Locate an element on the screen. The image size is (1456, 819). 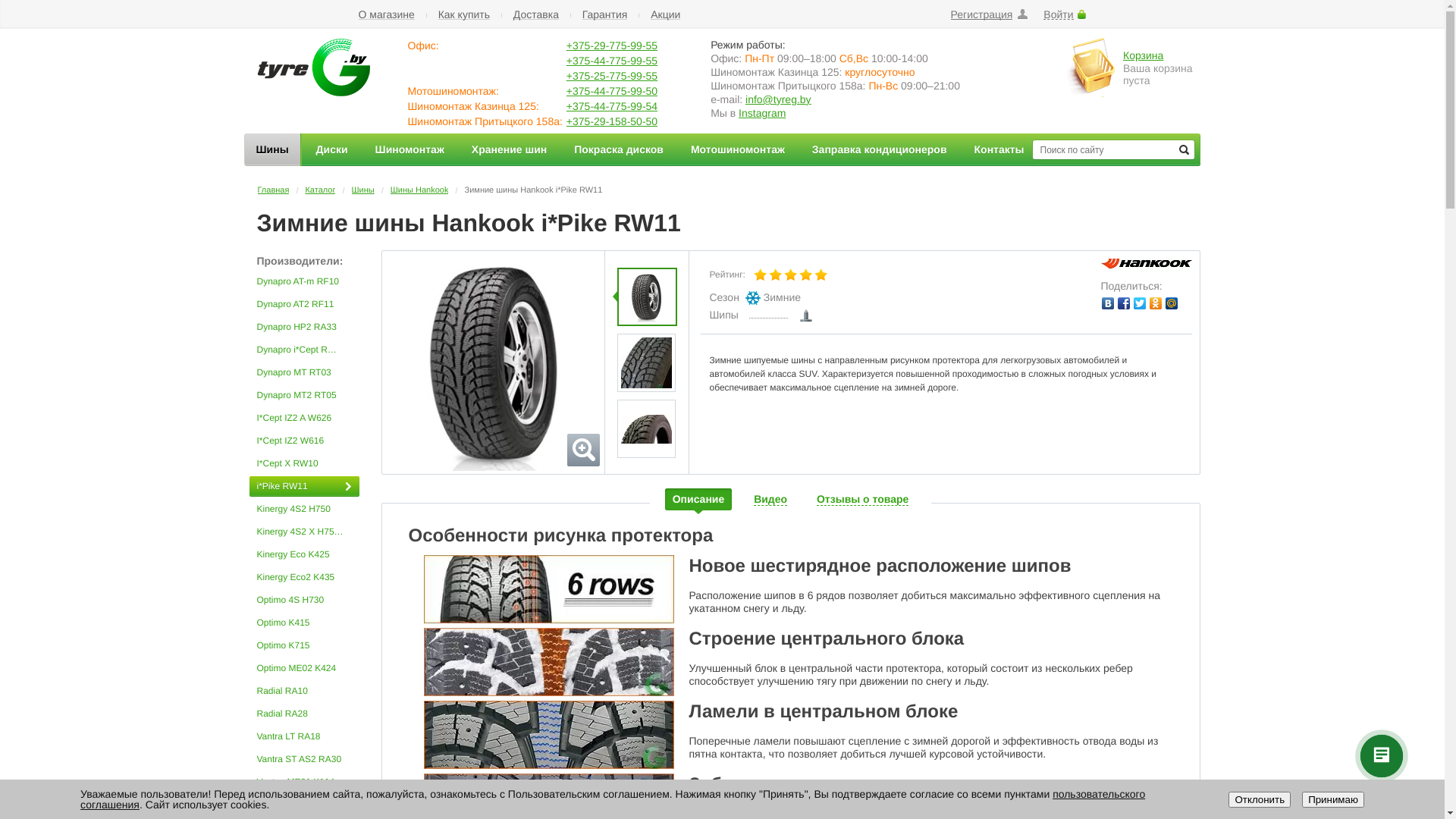
'Optimo K715' is located at coordinates (303, 645).